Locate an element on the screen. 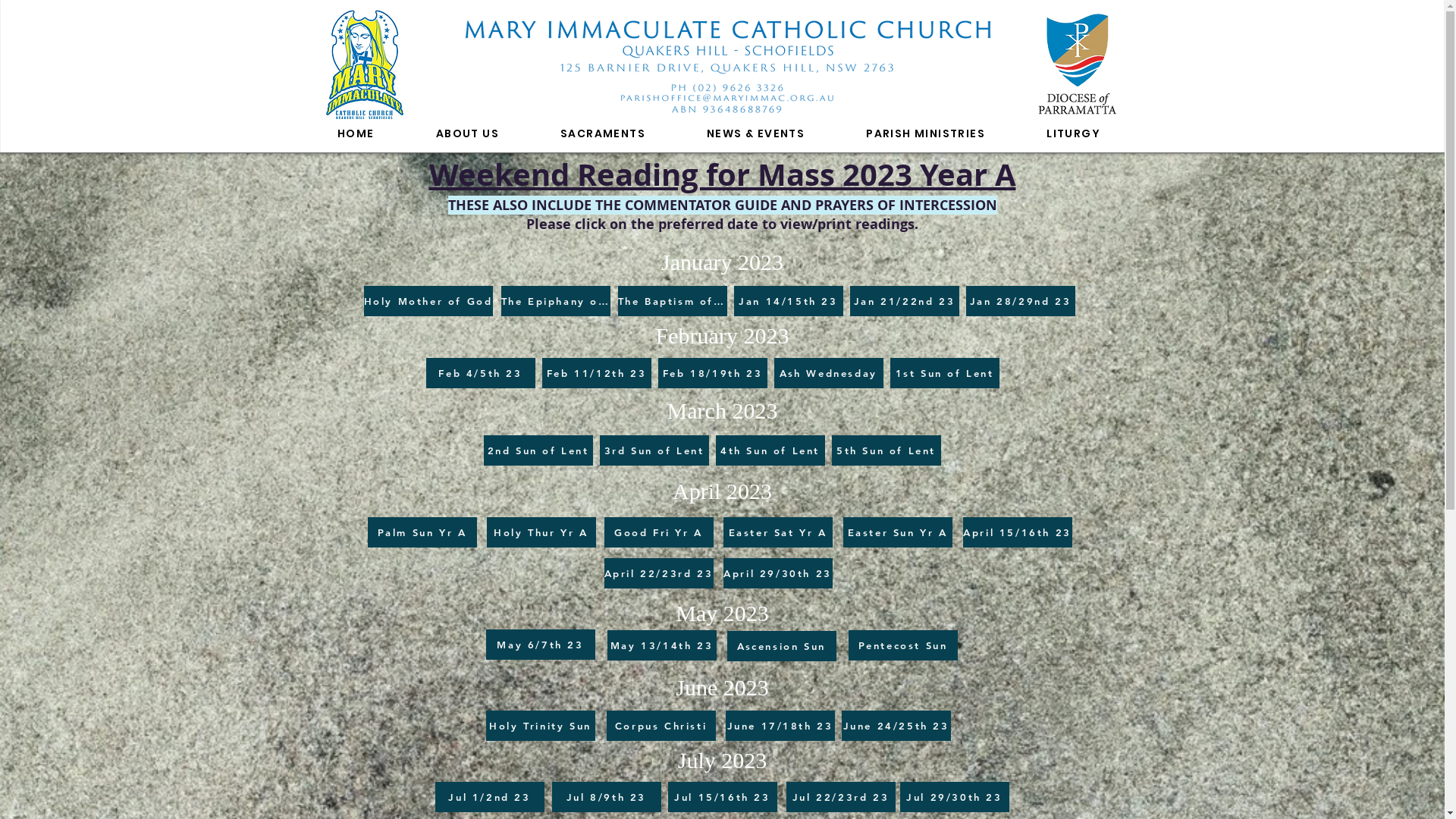 The height and width of the screenshot is (819, 1456). 'May 13/14th 23' is located at coordinates (661, 645).